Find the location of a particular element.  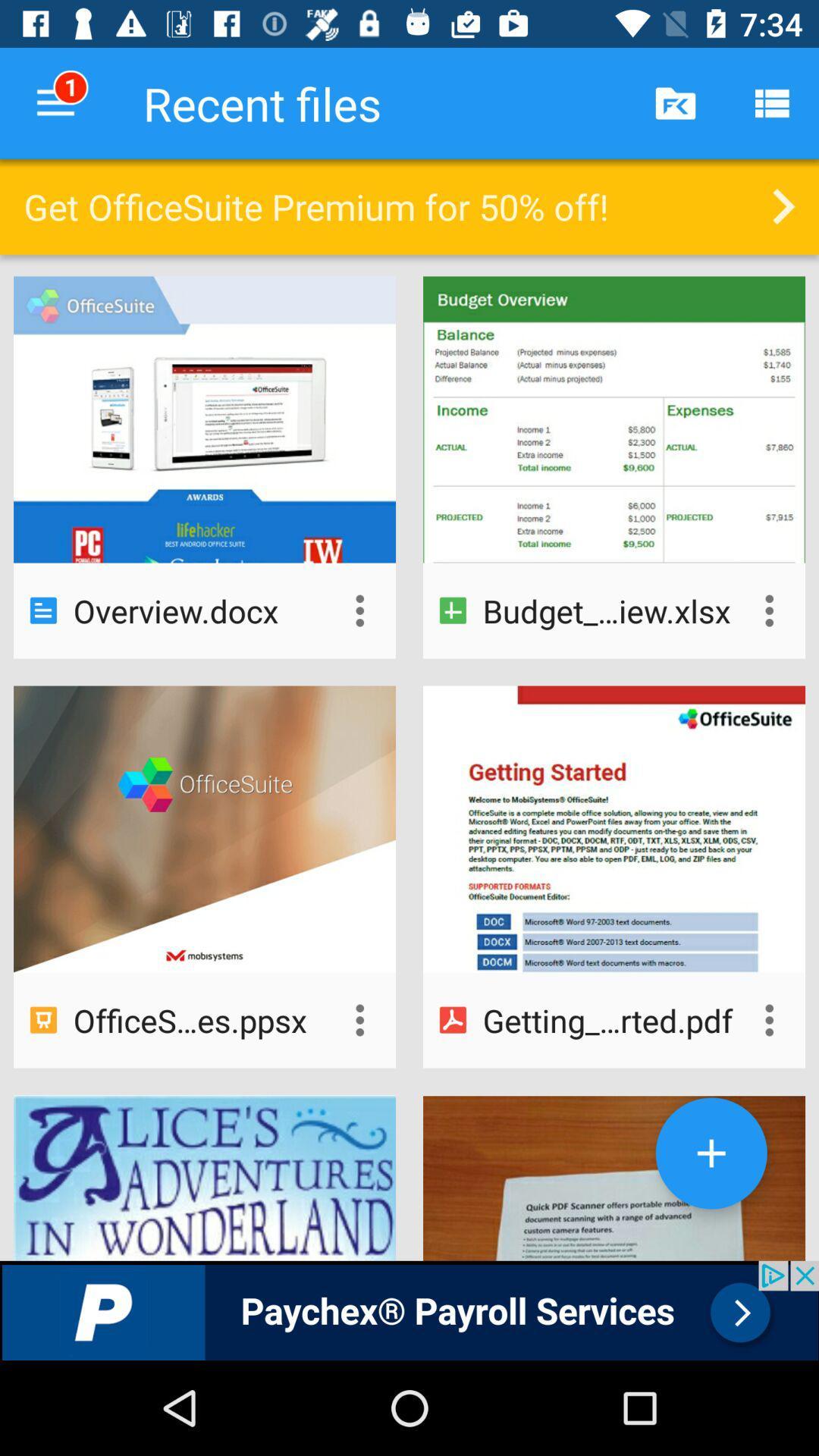

see options for this document is located at coordinates (769, 1020).